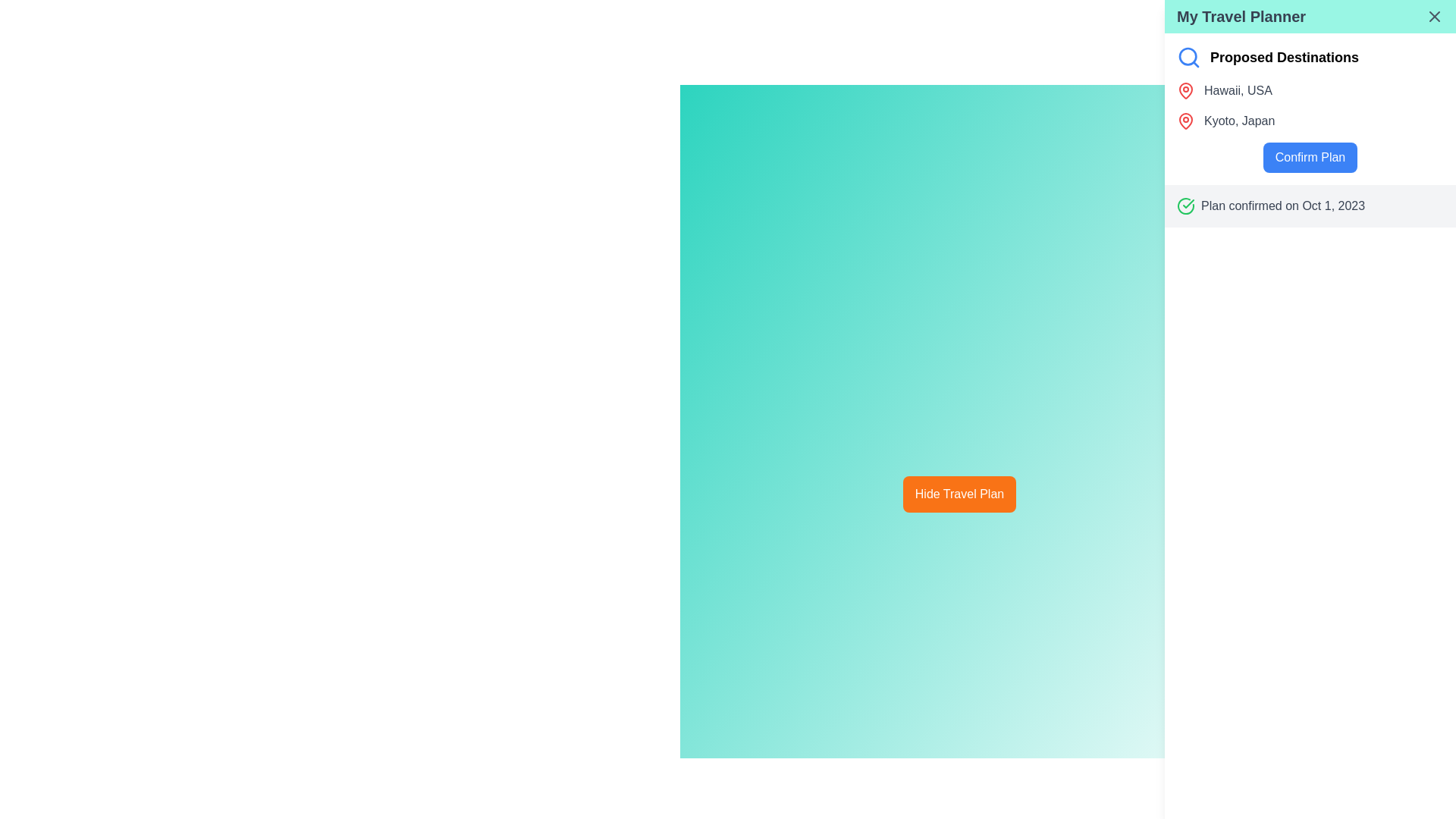 This screenshot has height=819, width=1456. Describe the element at coordinates (1239, 120) in the screenshot. I see `the text label displaying 'Kyoto, Japan'` at that location.